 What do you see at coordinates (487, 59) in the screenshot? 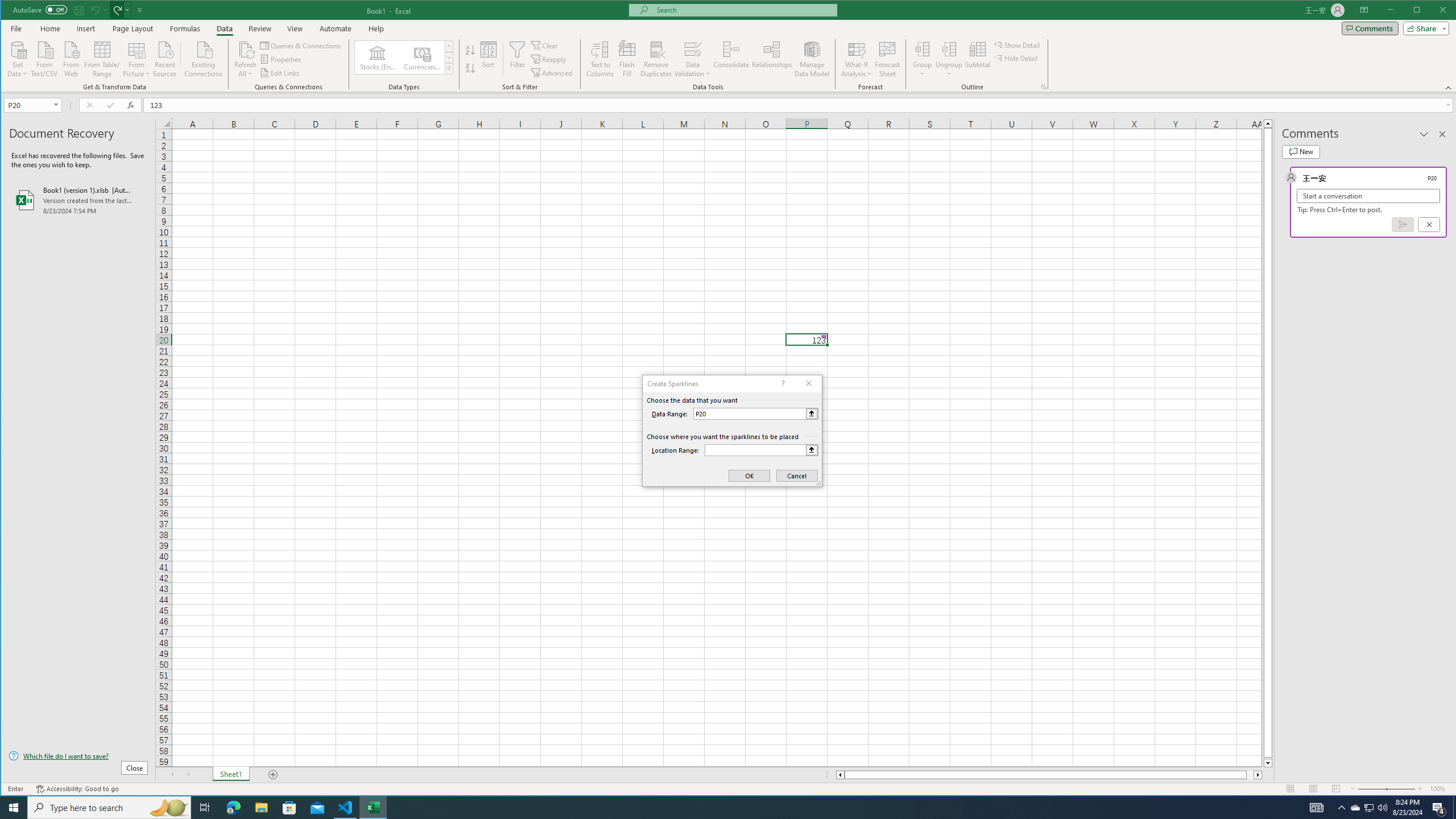
I see `'Sort...'` at bounding box center [487, 59].